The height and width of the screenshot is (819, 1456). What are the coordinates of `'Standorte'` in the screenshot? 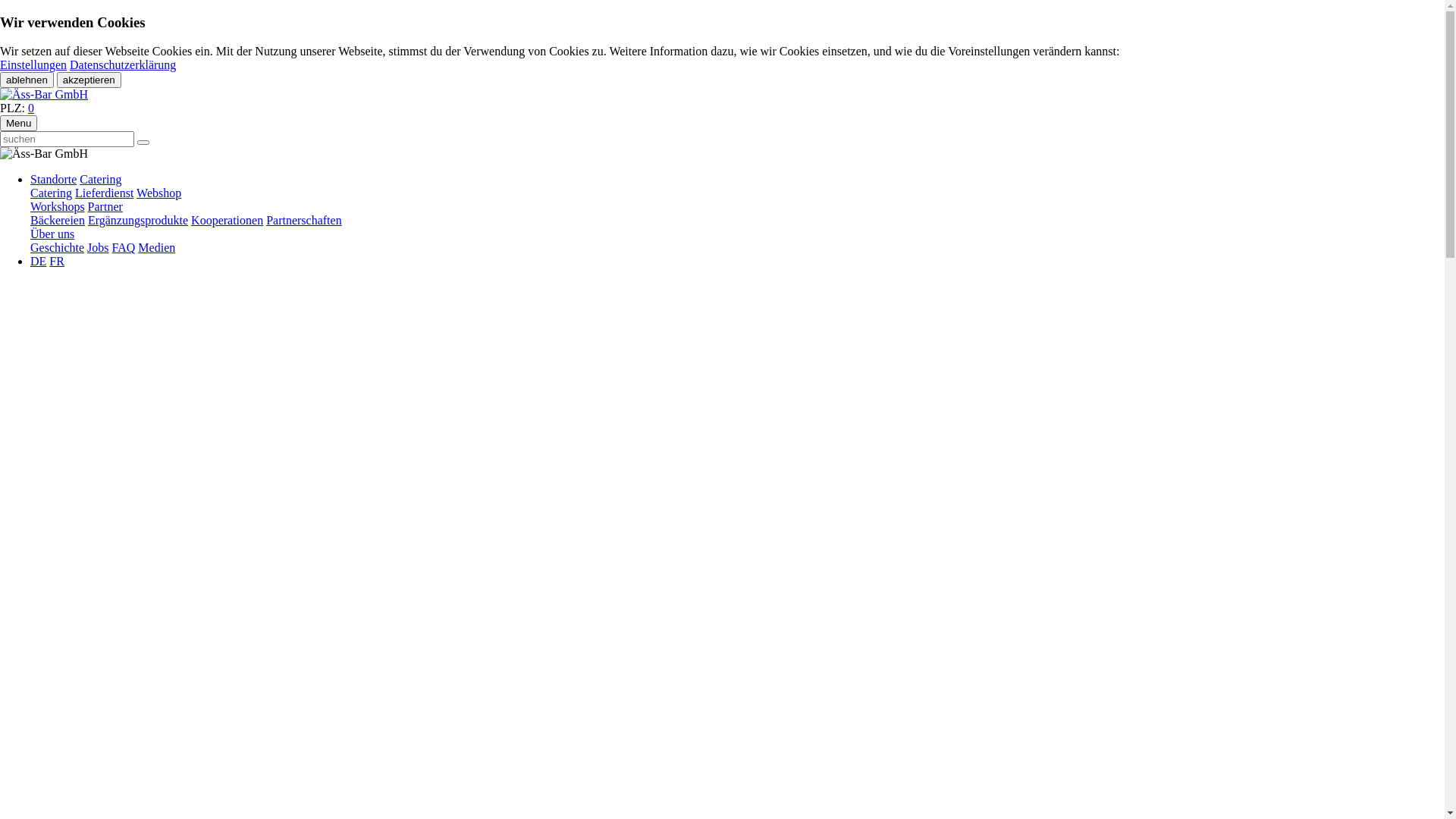 It's located at (53, 178).